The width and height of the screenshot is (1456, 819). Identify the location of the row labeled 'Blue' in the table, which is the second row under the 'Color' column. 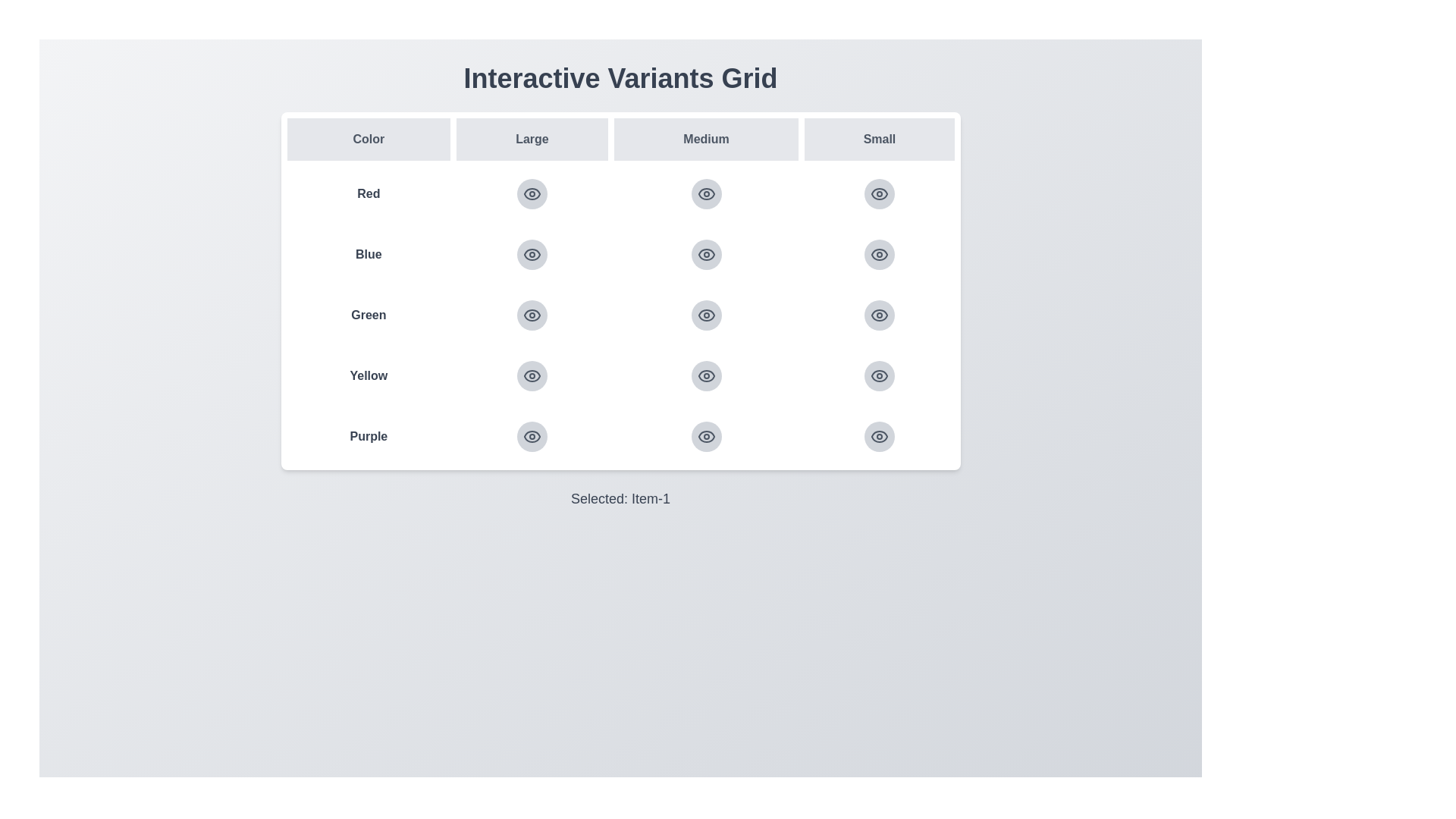
(620, 253).